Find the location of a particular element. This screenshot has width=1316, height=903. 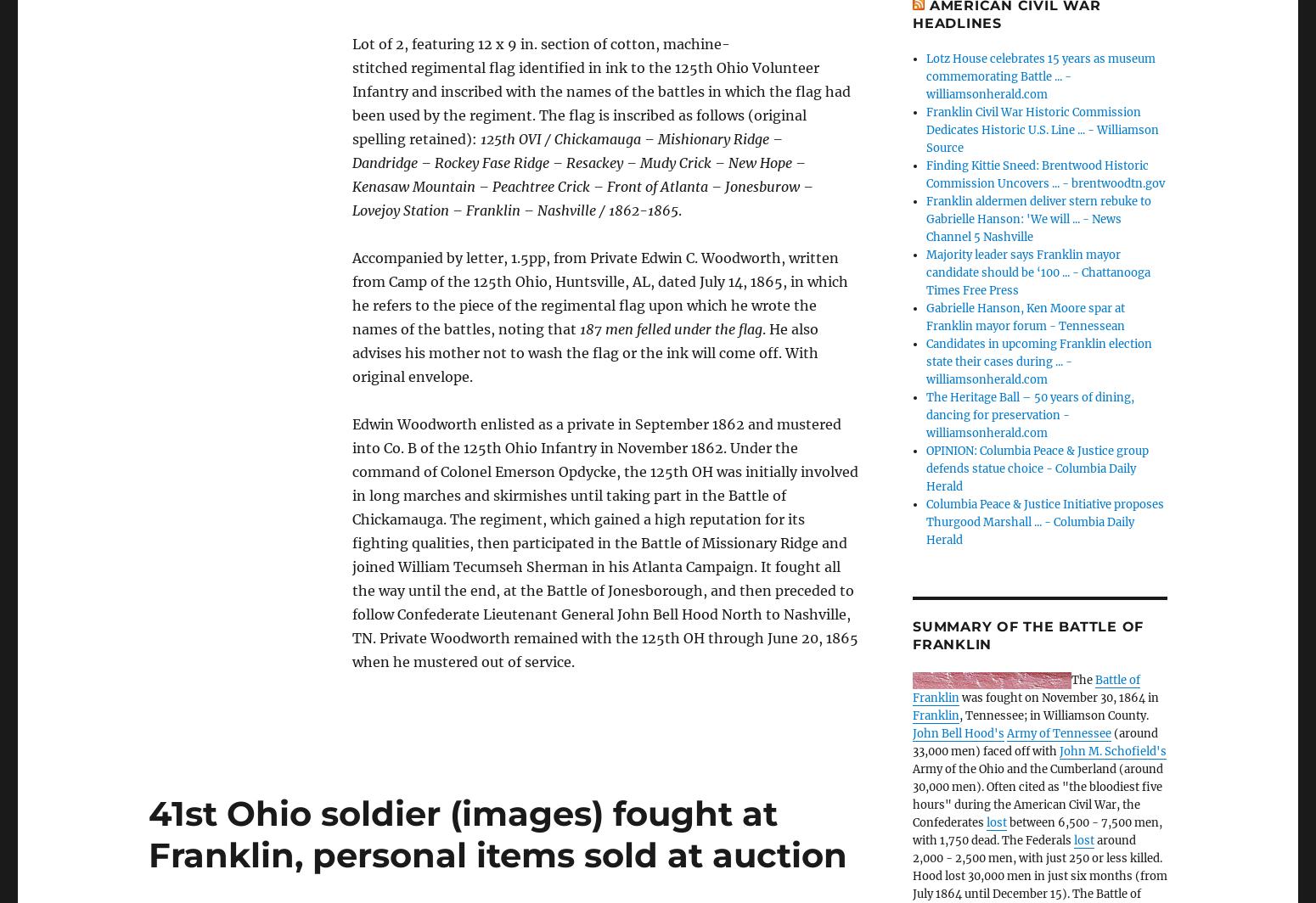

'Gabrielle Hanson, Ken Moore spar at Franklin mayor forum - Tennessean' is located at coordinates (1026, 317).